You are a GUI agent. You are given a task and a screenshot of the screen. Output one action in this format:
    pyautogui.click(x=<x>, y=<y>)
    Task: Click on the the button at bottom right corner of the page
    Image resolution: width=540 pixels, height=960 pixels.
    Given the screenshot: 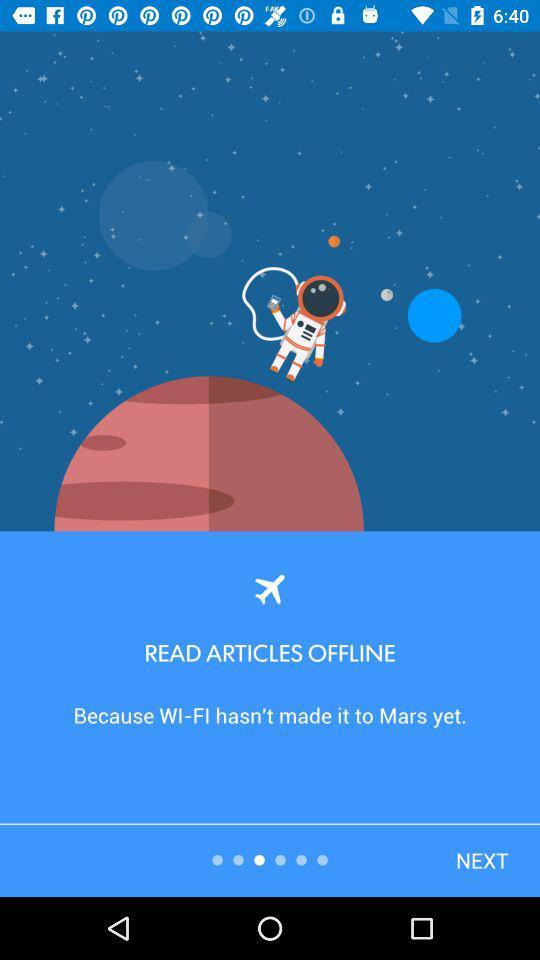 What is the action you would take?
    pyautogui.click(x=486, y=859)
    